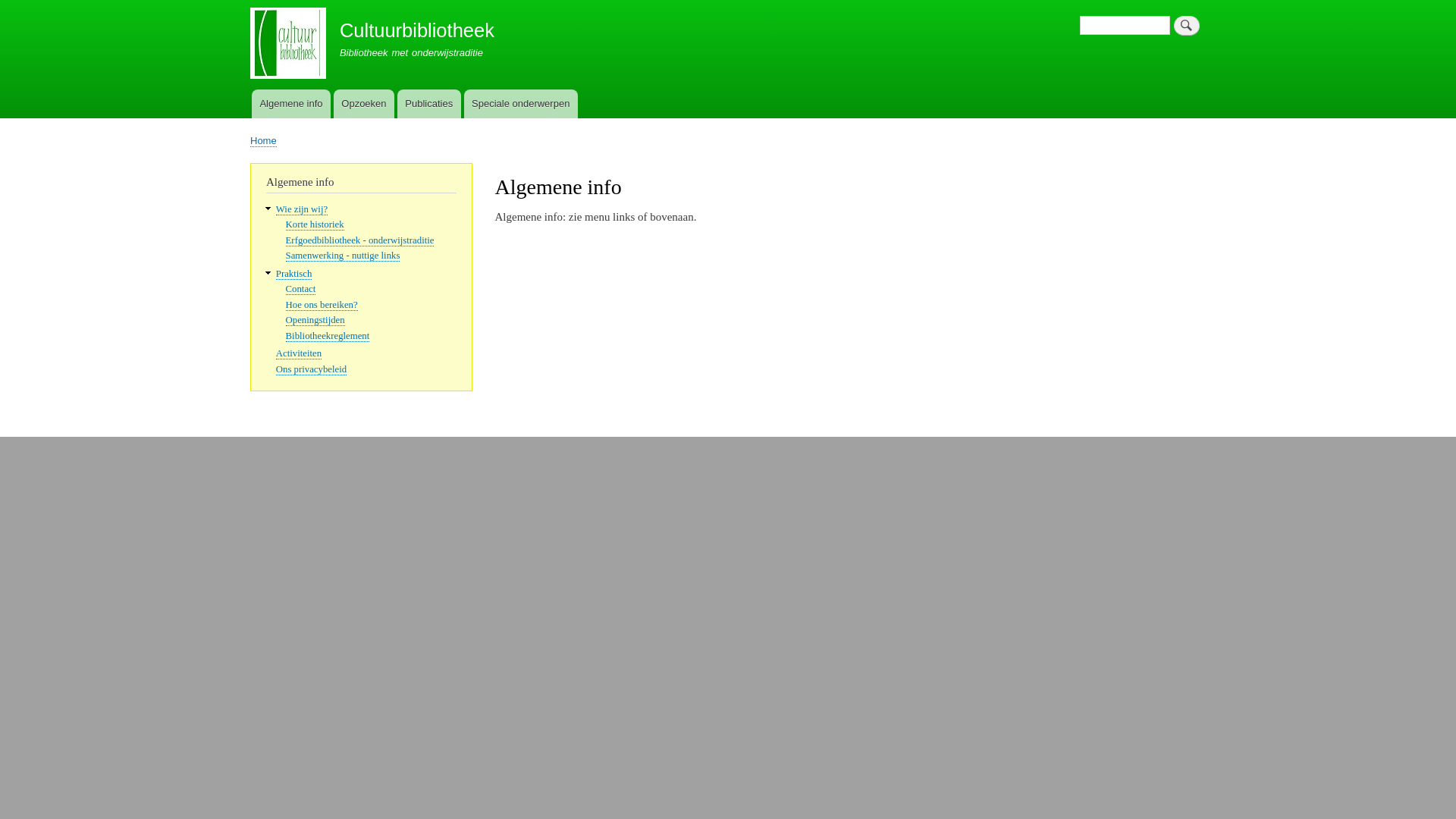  Describe the element at coordinates (294, 274) in the screenshot. I see `'Praktisch'` at that location.